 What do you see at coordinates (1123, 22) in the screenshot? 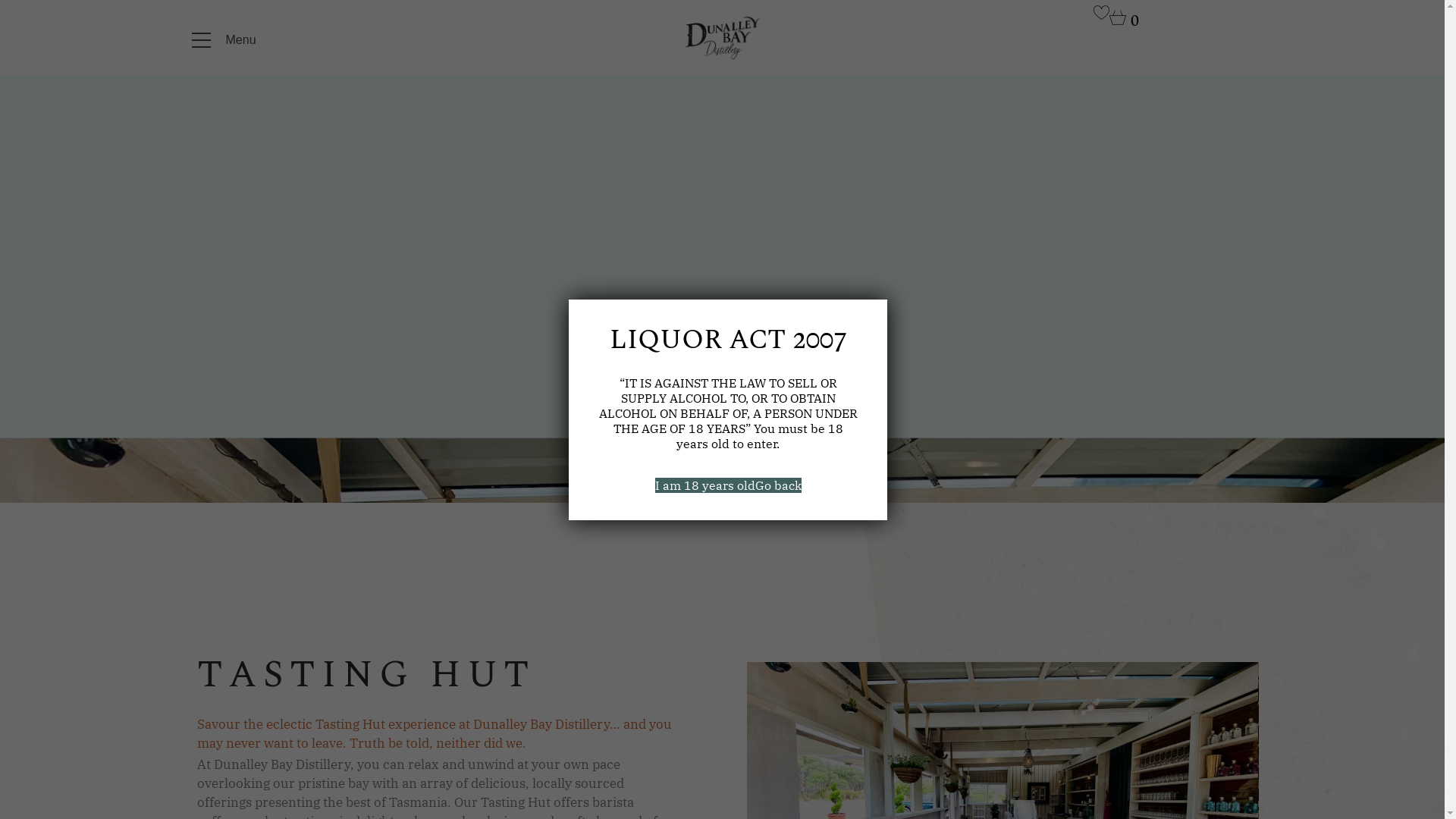
I see `'0'` at bounding box center [1123, 22].